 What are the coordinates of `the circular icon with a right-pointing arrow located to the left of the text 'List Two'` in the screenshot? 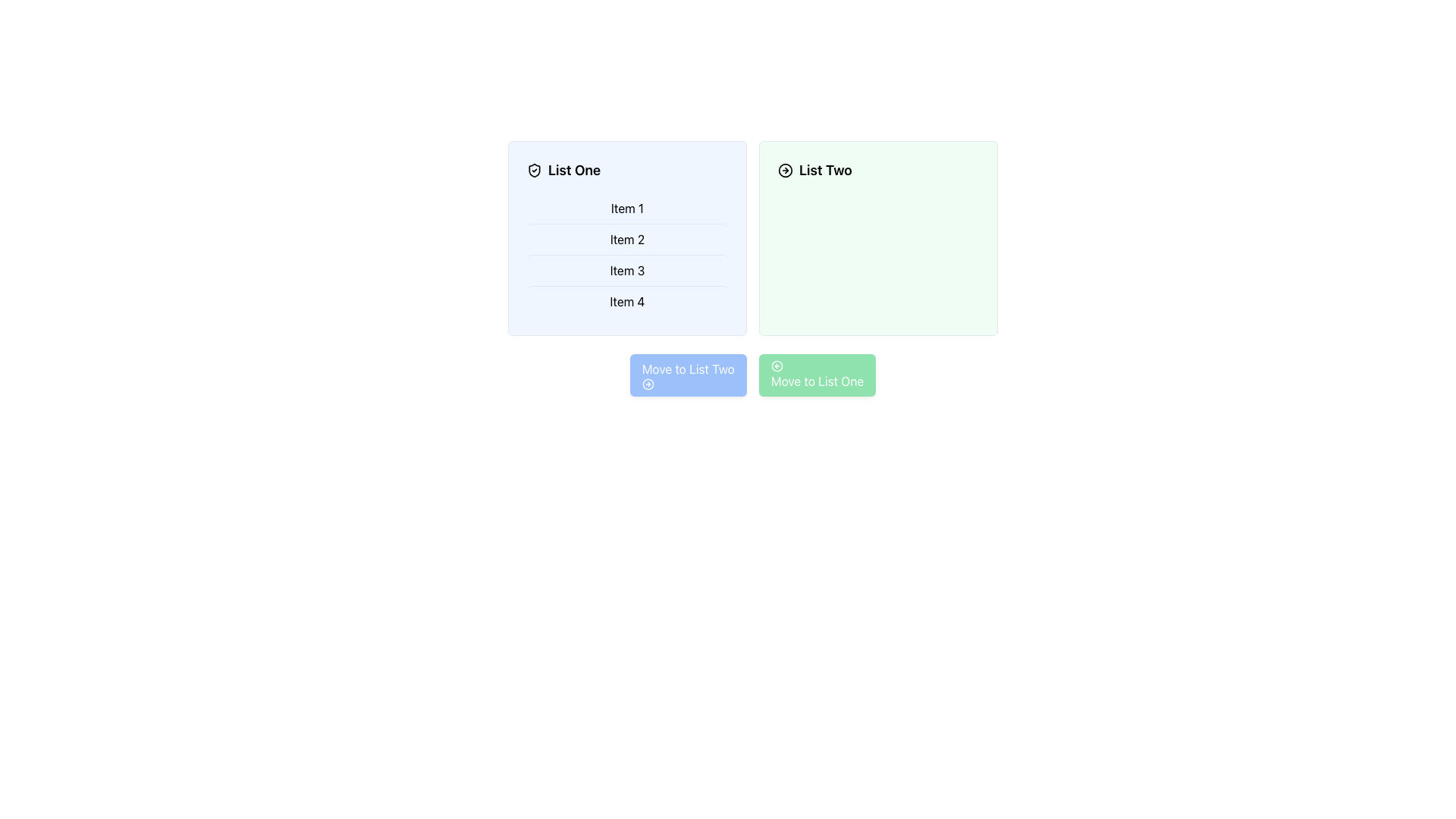 It's located at (786, 170).